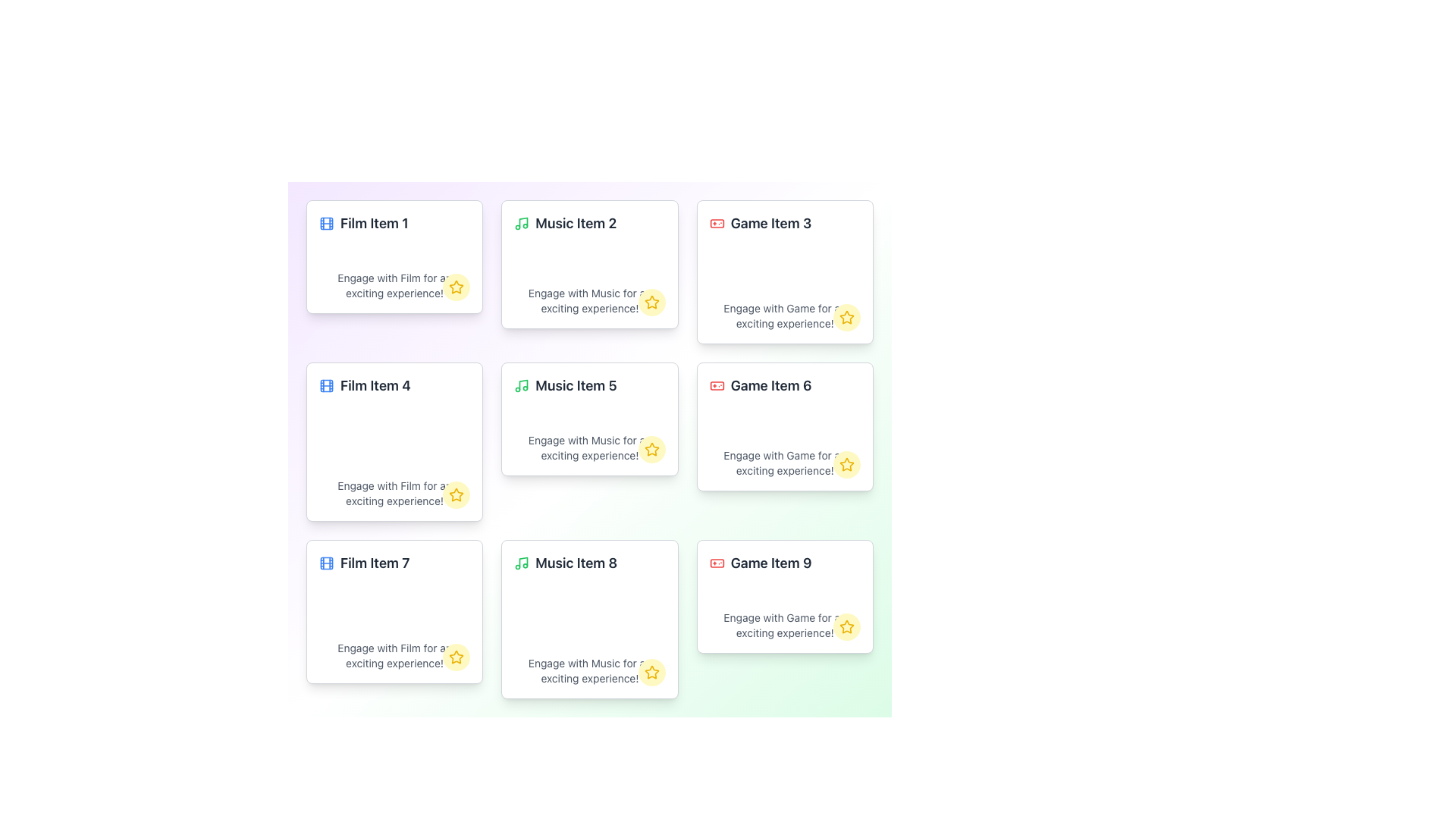 The image size is (1456, 819). Describe the element at coordinates (394, 223) in the screenshot. I see `the text label paired with an icon representing a movie item in the top-left corner of the grid layout` at that location.